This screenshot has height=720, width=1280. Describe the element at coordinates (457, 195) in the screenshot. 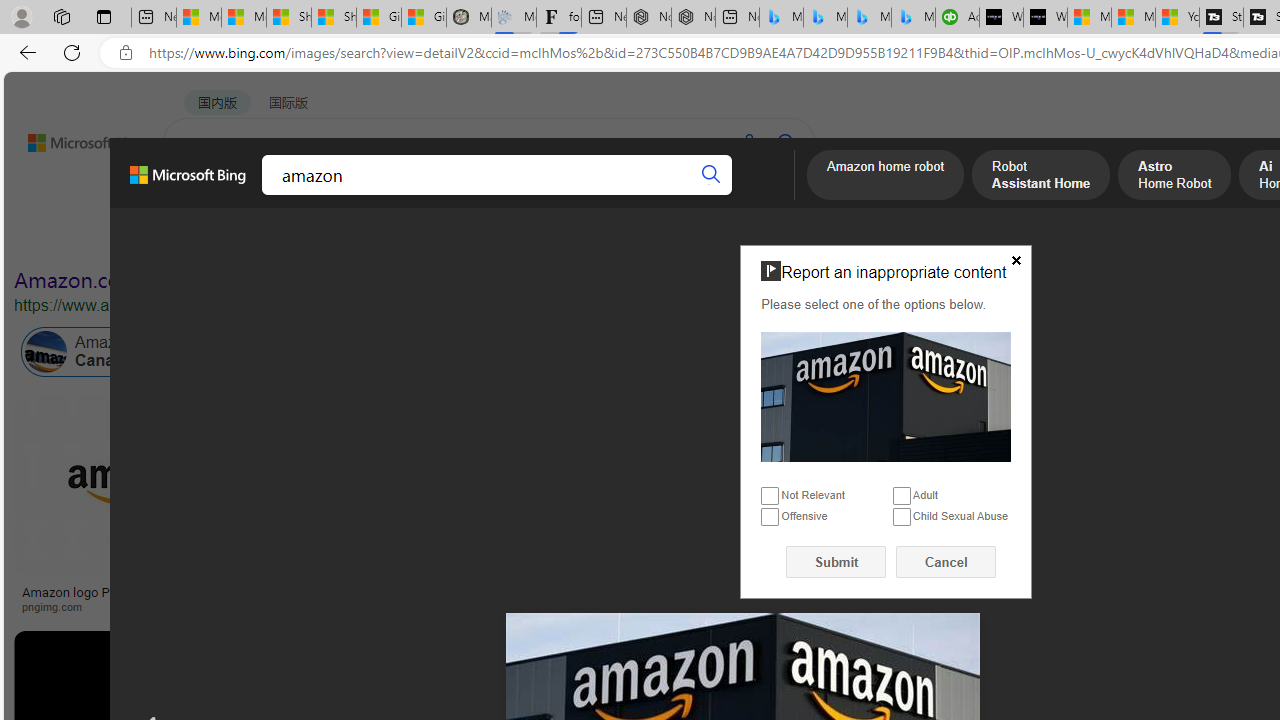

I see `'VIDEOS'` at that location.